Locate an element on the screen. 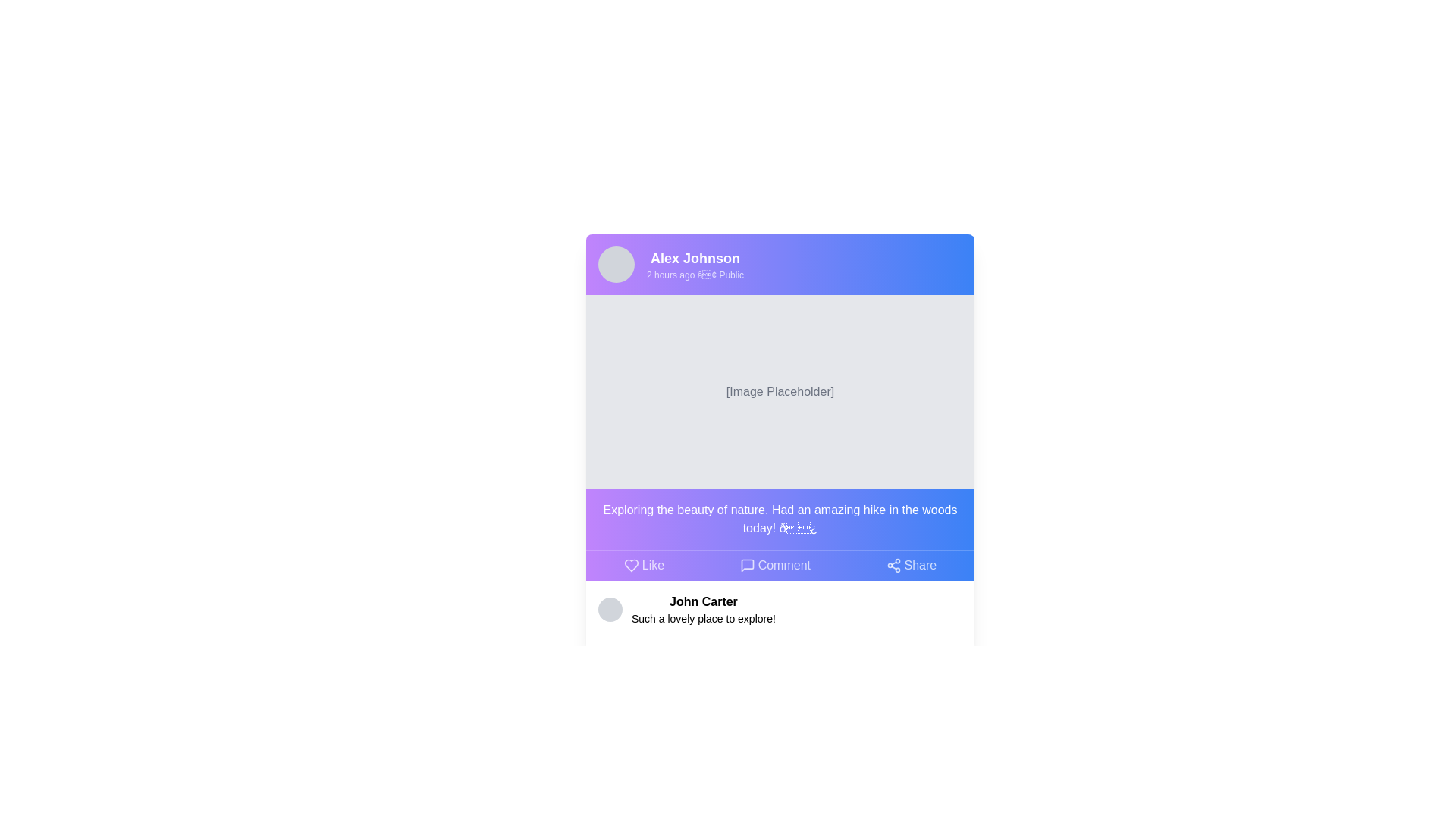 This screenshot has height=819, width=1456. the text label displaying the message 'Exploring the beauty of nature. Had an amazing hike in the woods today! 🌿', which is located below the 'Image Placeholder' in the social media post card layout is located at coordinates (780, 519).